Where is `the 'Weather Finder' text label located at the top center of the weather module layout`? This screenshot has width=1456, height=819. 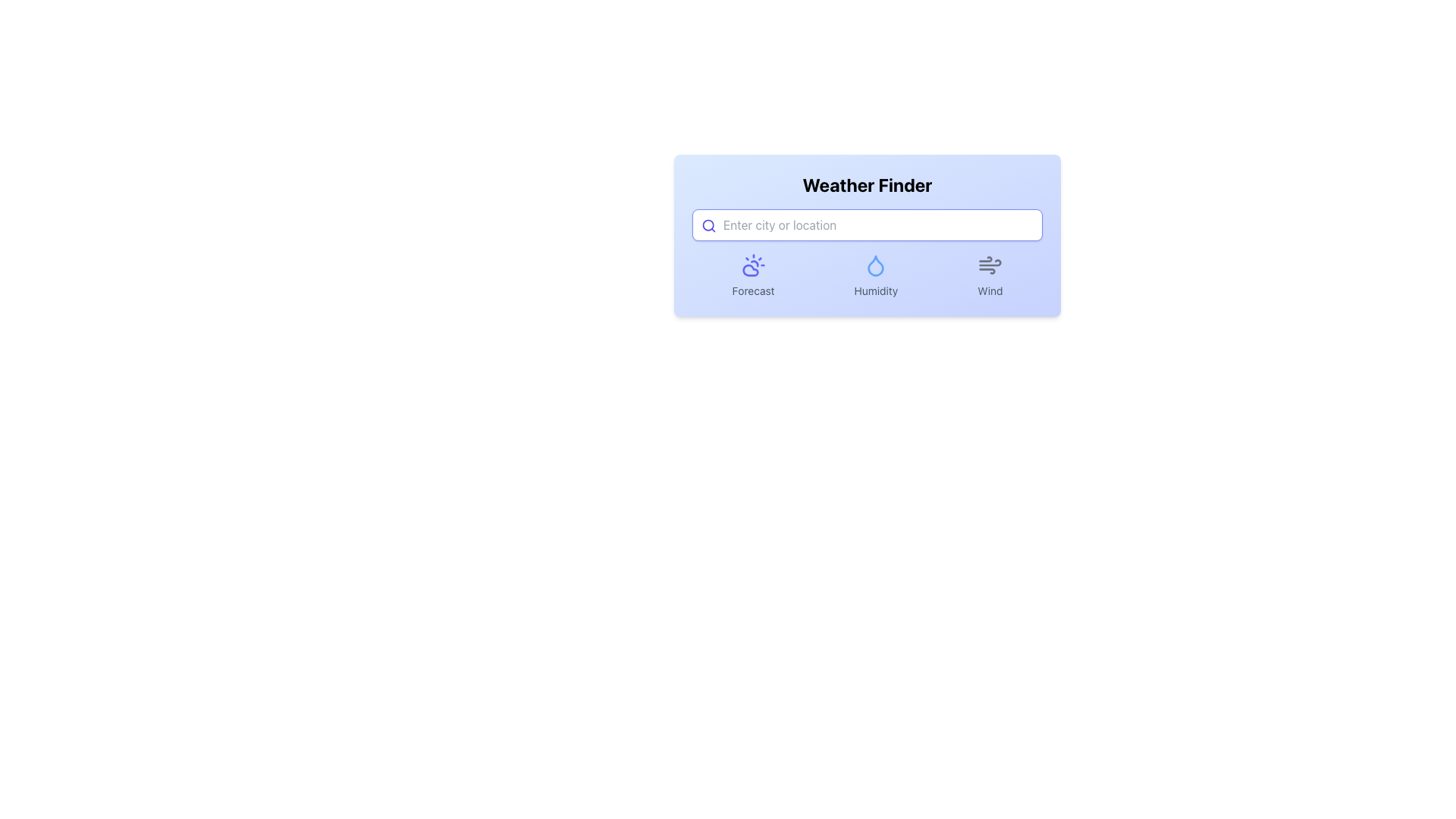 the 'Weather Finder' text label located at the top center of the weather module layout is located at coordinates (867, 184).